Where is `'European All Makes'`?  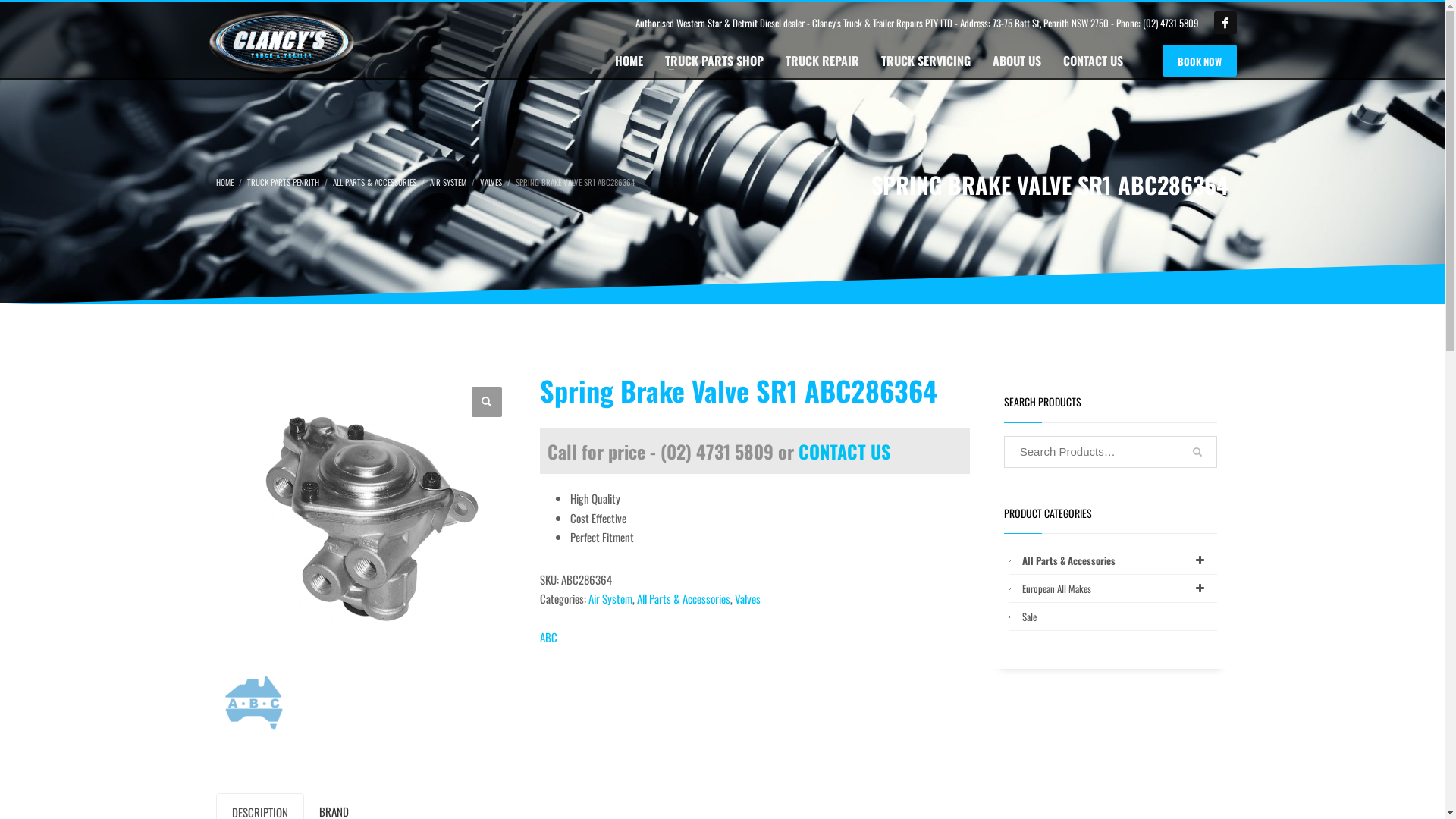
'European All Makes' is located at coordinates (1117, 587).